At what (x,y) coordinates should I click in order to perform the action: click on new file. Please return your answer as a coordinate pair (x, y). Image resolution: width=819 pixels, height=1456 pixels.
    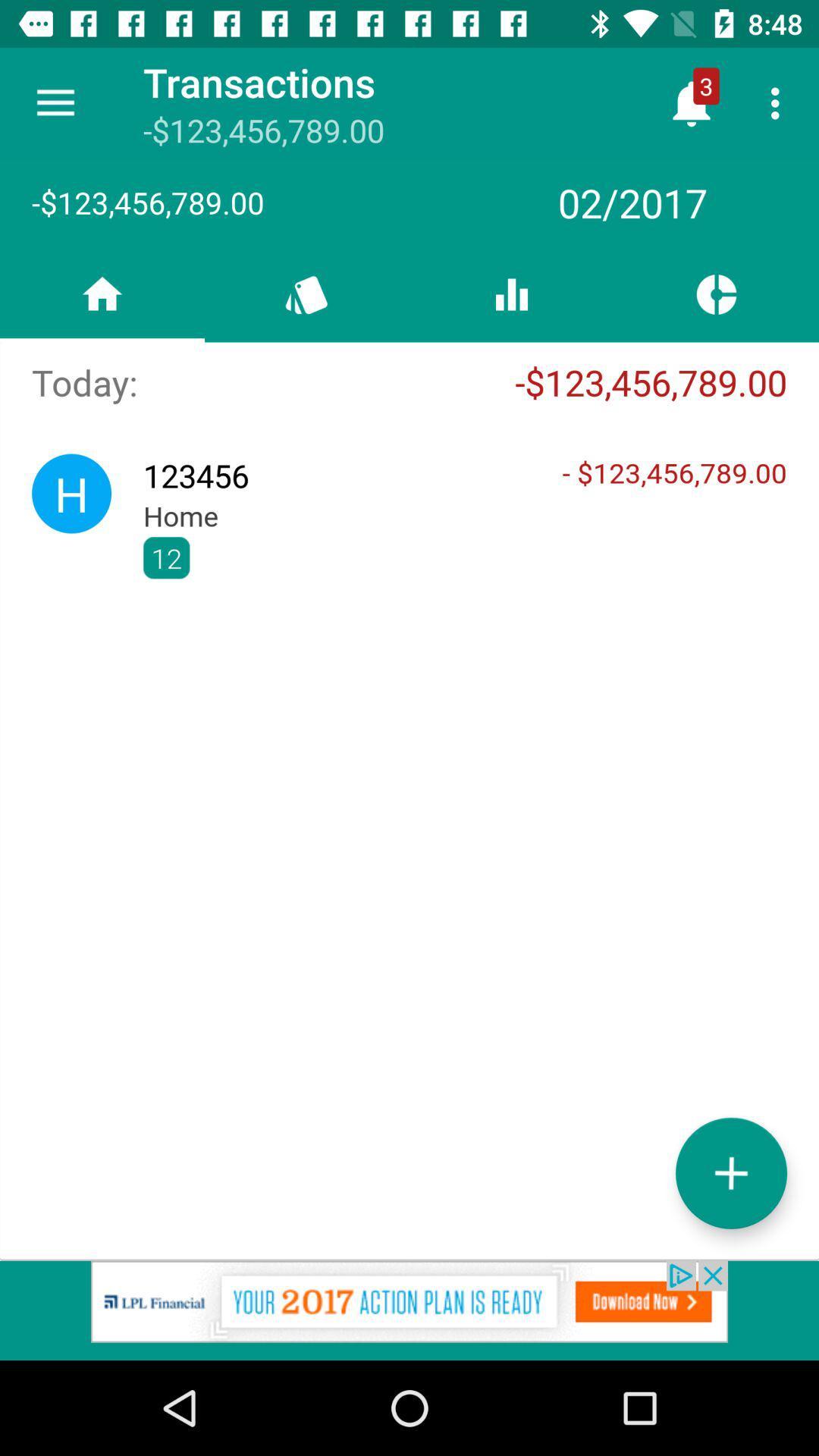
    Looking at the image, I should click on (730, 1172).